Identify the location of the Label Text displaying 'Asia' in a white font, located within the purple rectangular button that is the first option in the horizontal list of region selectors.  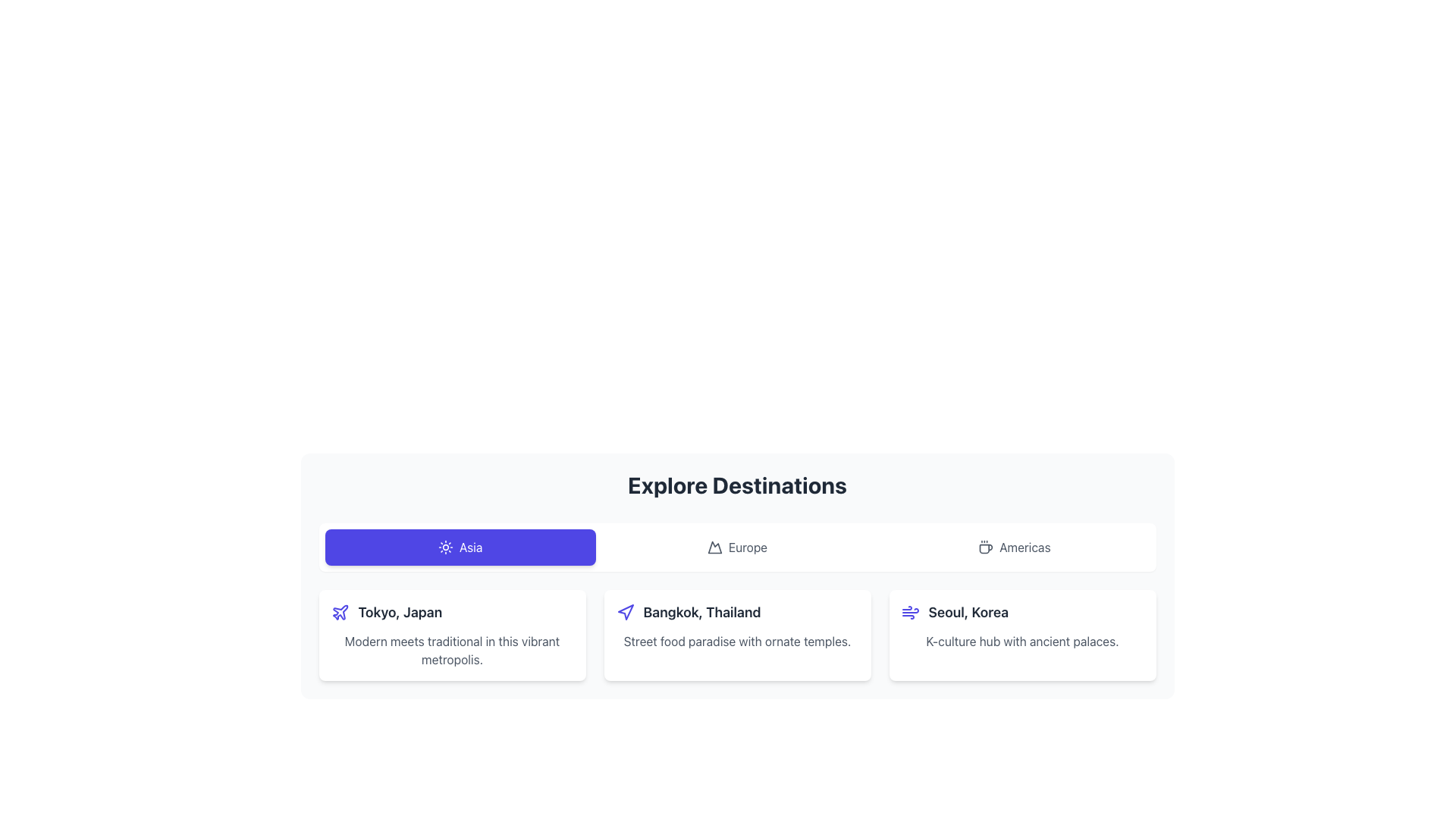
(470, 547).